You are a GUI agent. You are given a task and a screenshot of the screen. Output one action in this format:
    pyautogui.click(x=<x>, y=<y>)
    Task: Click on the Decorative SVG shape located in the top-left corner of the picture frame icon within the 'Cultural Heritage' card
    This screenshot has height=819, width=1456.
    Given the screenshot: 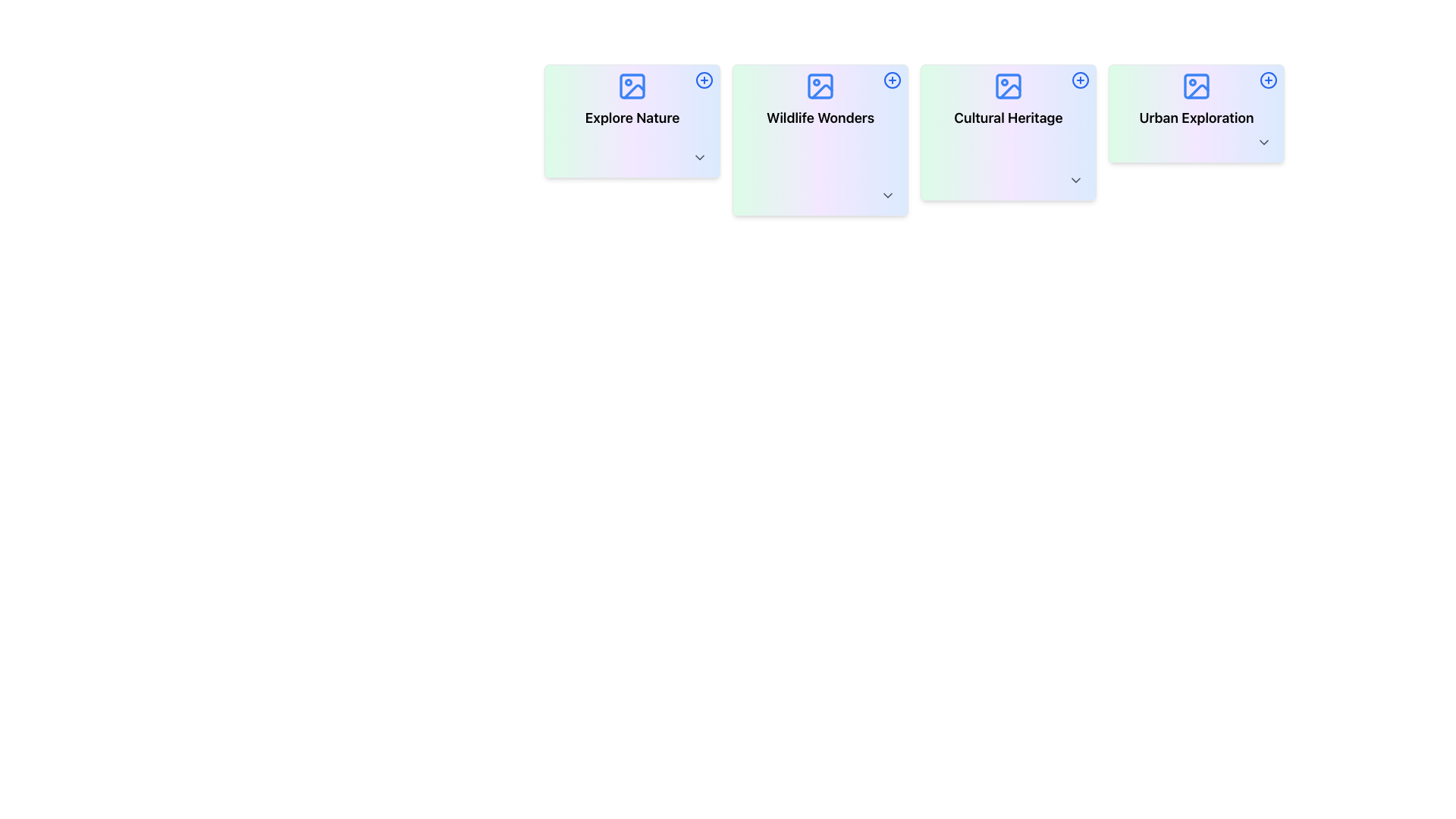 What is the action you would take?
    pyautogui.click(x=1008, y=86)
    